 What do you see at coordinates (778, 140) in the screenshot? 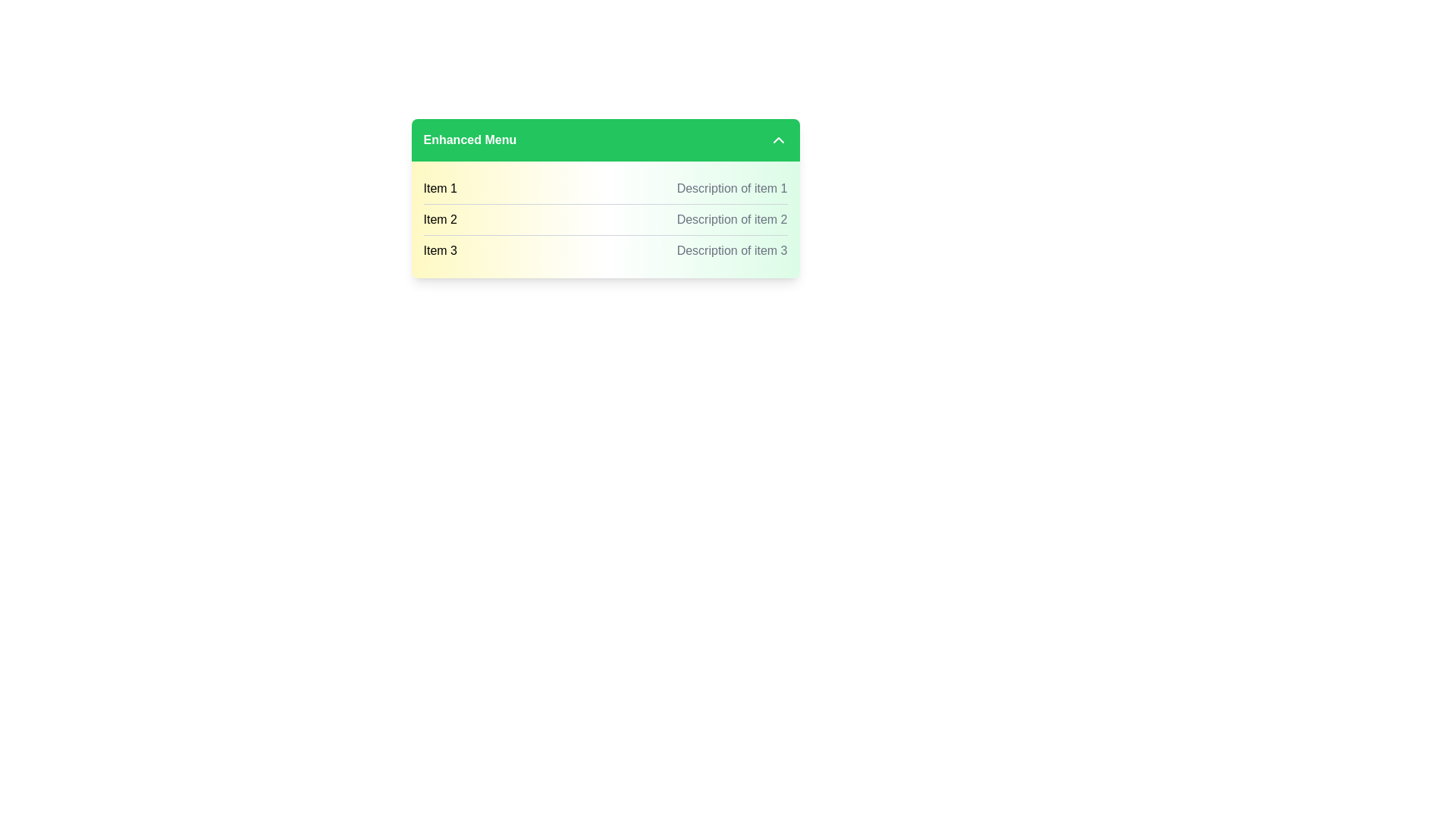
I see `the chevron icon located in the green header bar labeled 'Enhanced Menu'` at bounding box center [778, 140].